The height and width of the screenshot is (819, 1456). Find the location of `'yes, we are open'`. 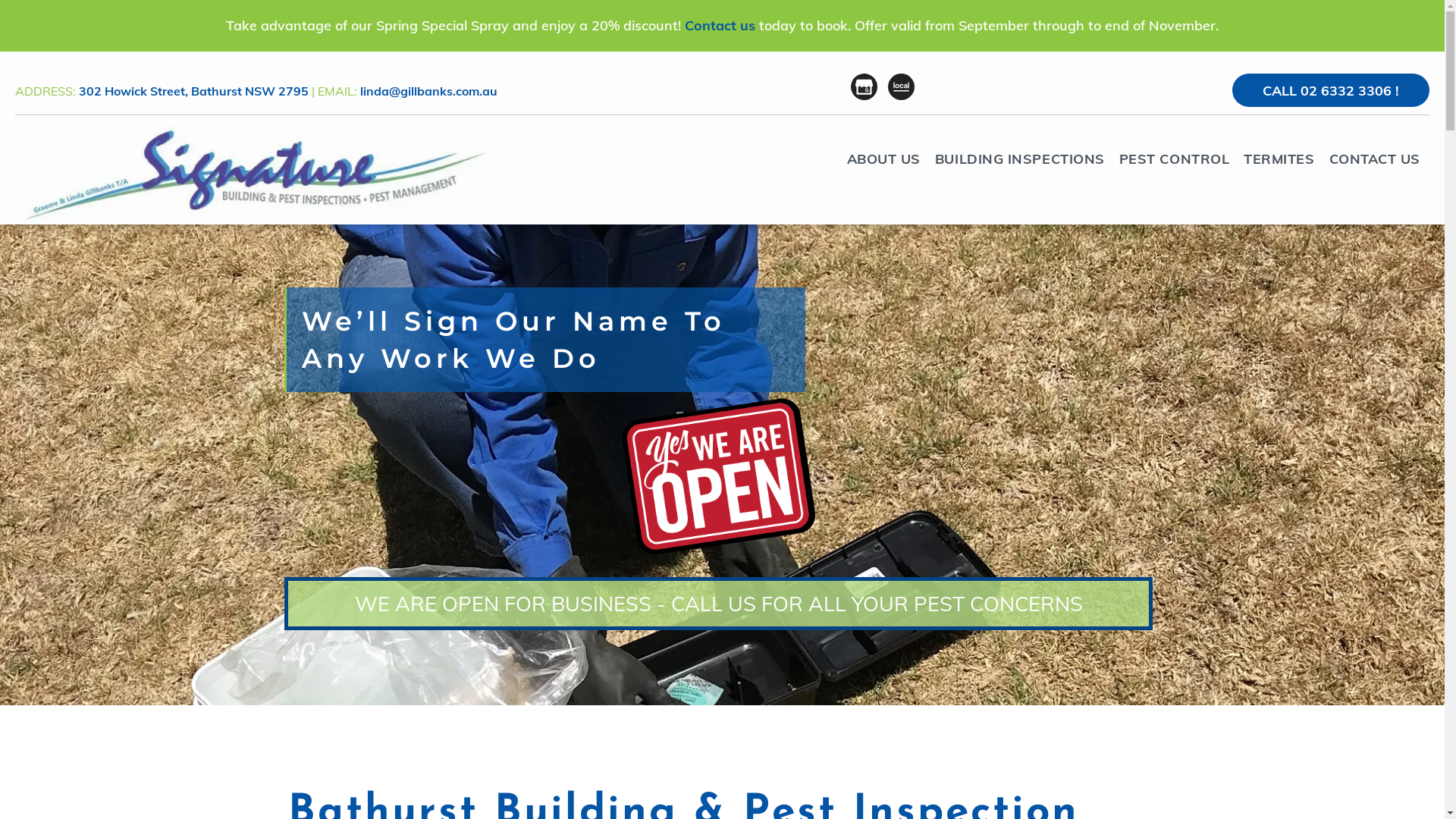

'yes, we are open' is located at coordinates (622, 475).